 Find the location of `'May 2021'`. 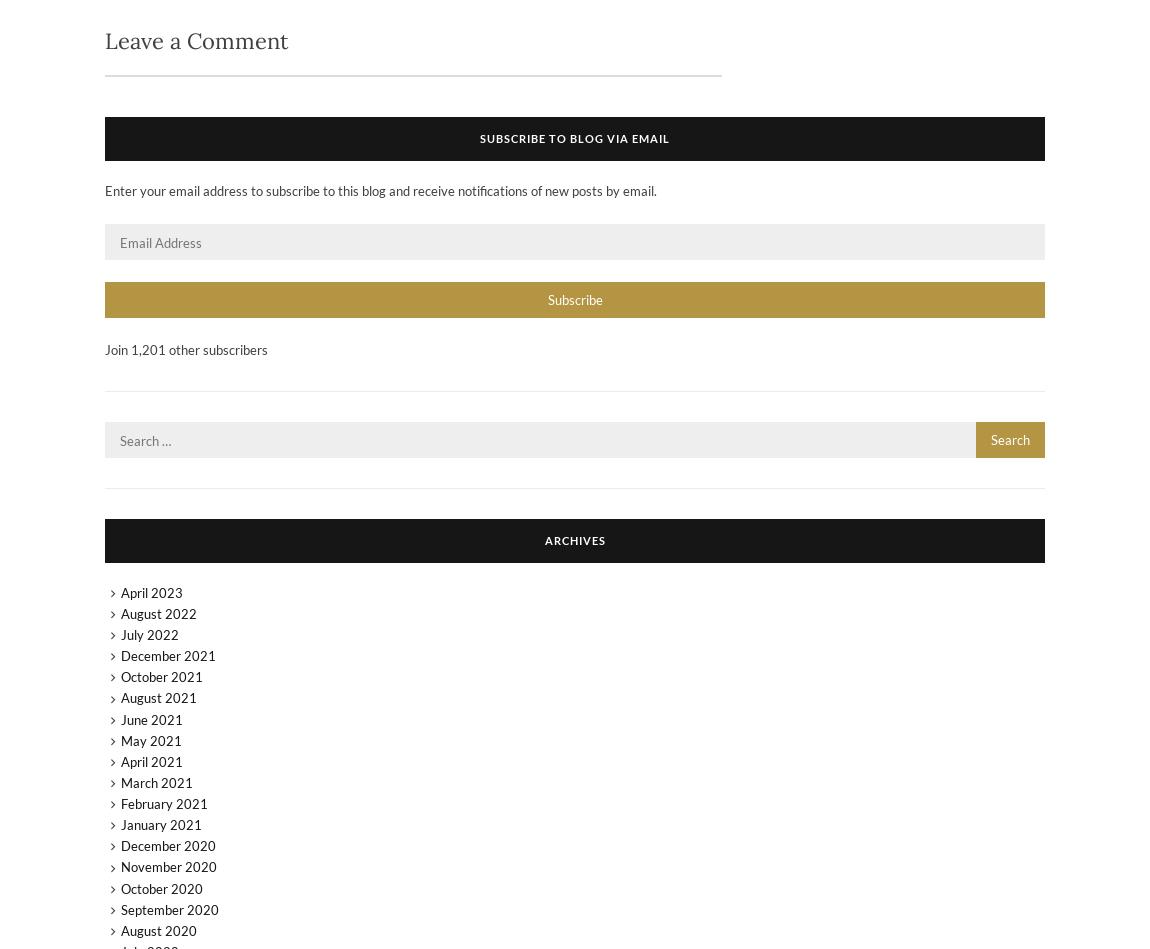

'May 2021' is located at coordinates (149, 740).